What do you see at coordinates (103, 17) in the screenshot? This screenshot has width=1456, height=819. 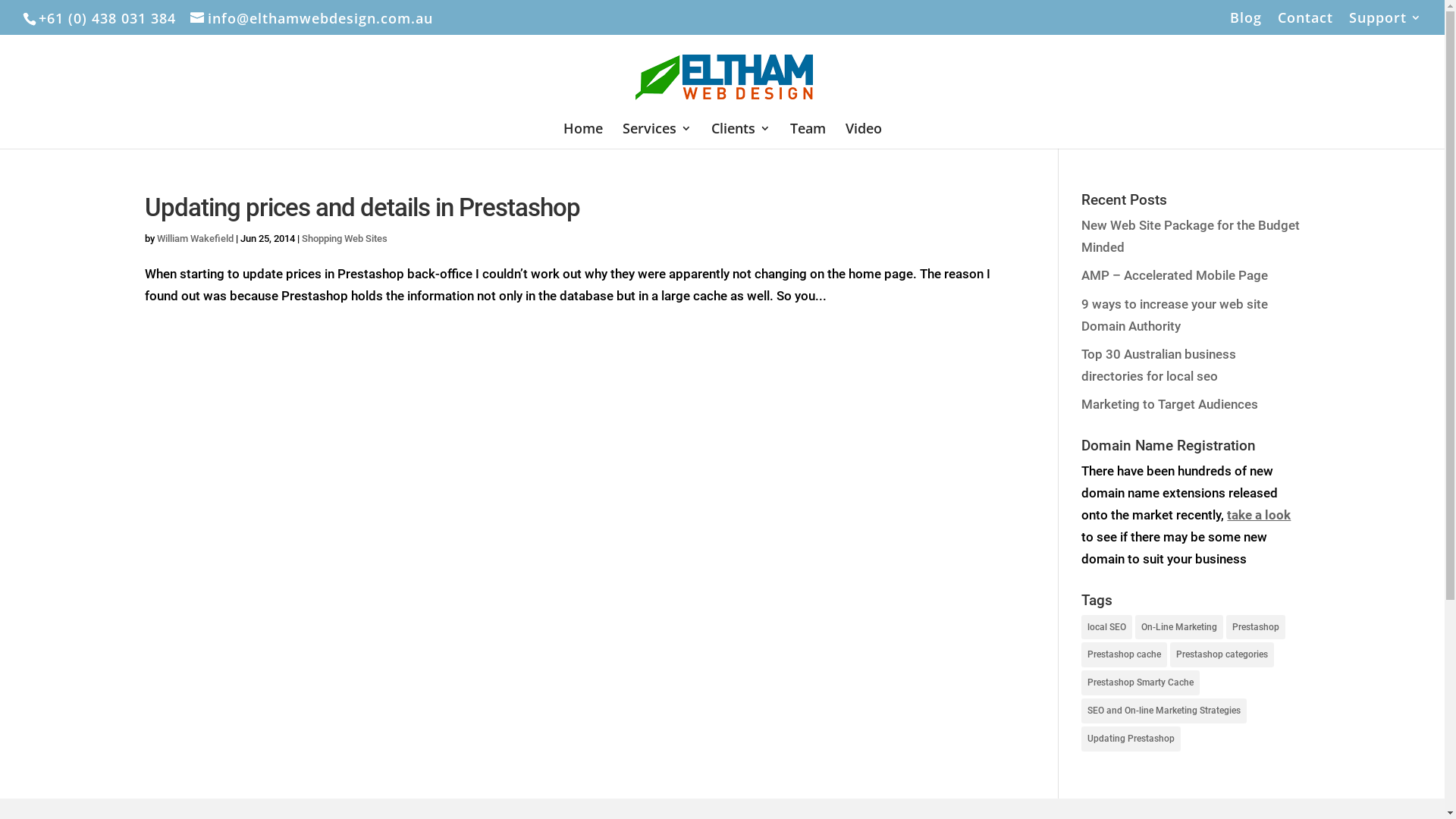 I see `'+61 (0) 438 031 384'` at bounding box center [103, 17].